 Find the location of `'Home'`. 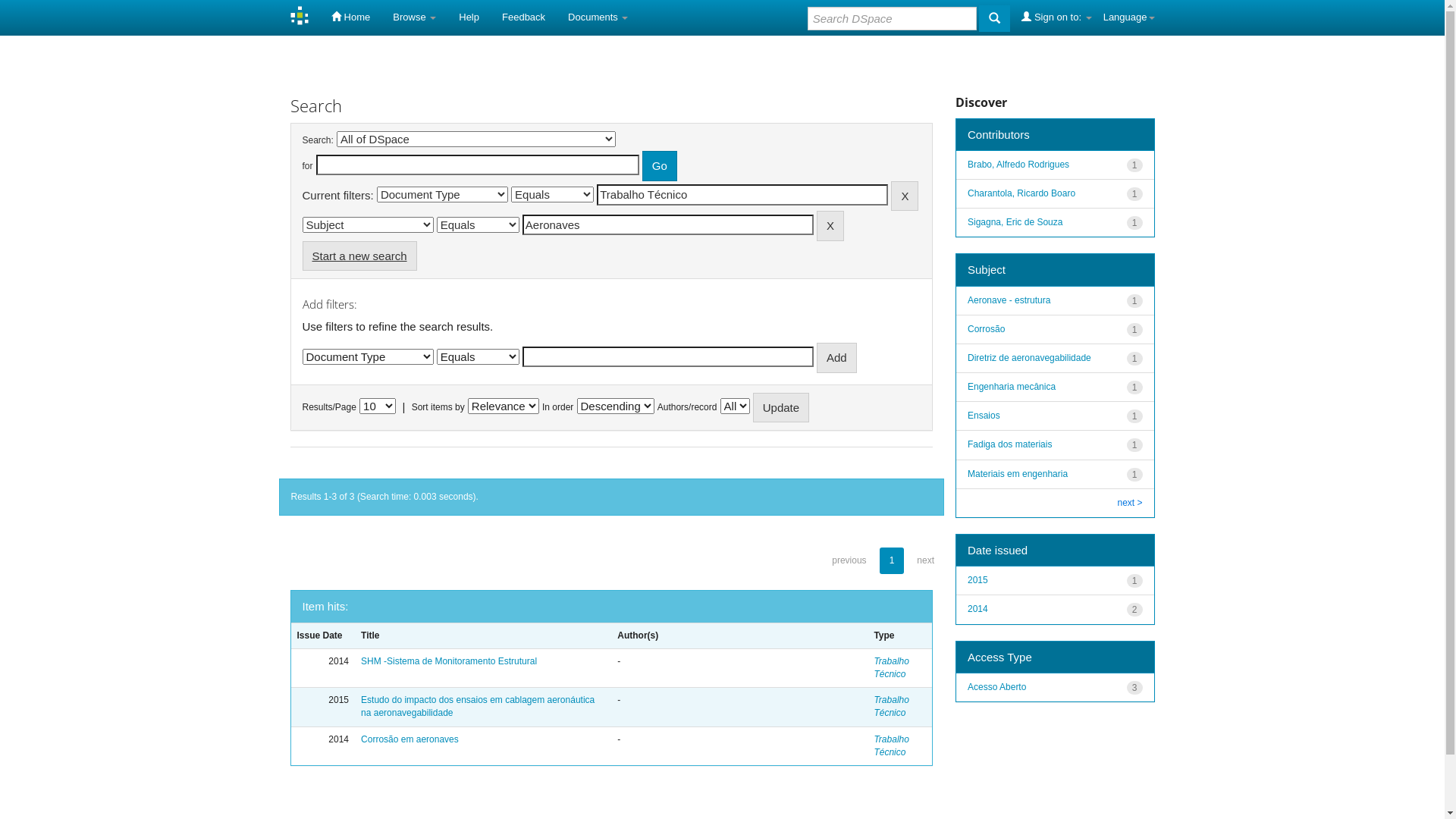

'Home' is located at coordinates (350, 17).